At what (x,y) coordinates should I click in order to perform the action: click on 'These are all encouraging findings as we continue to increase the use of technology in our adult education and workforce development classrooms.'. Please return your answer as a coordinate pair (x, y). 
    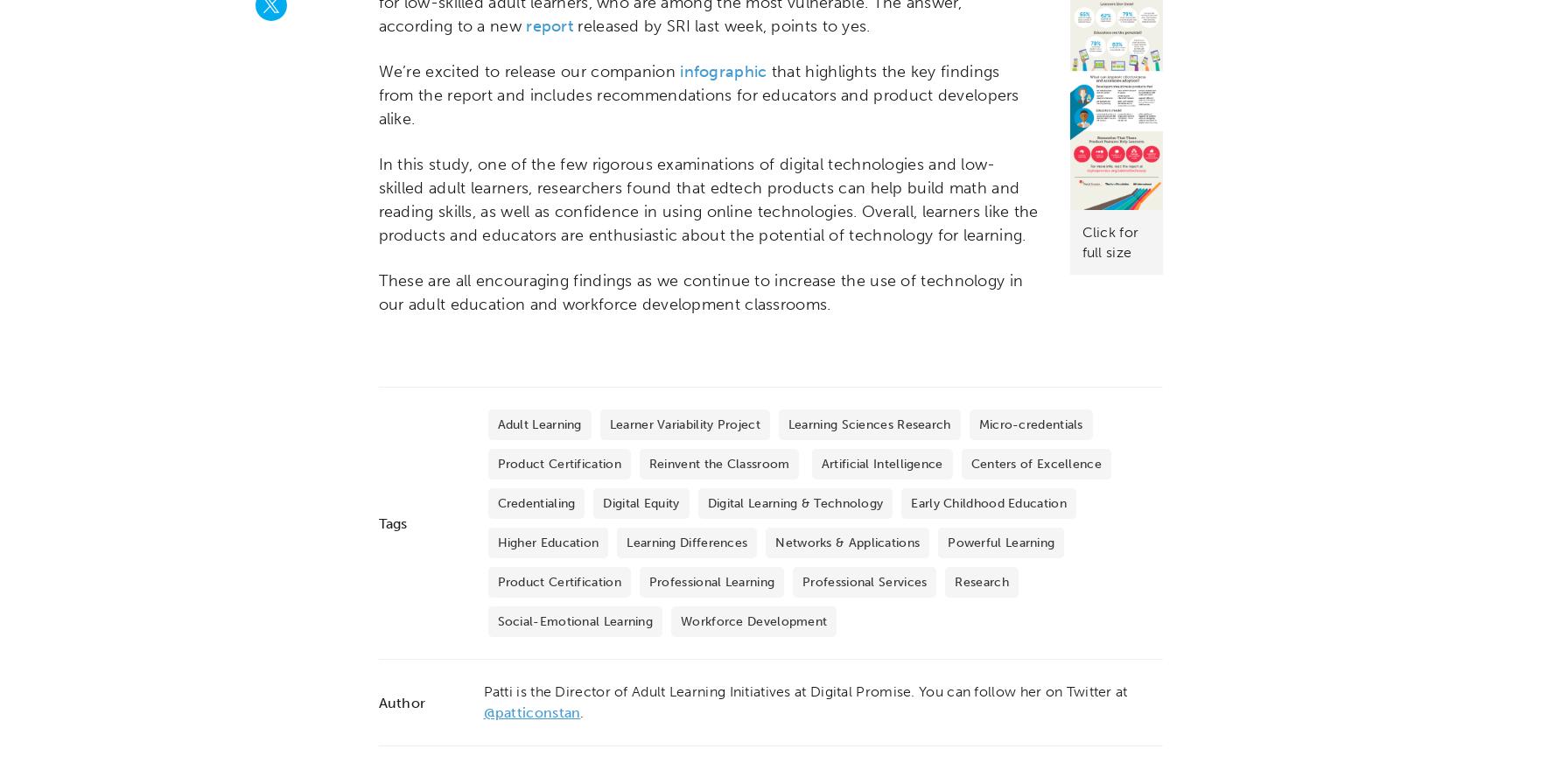
    Looking at the image, I should click on (700, 292).